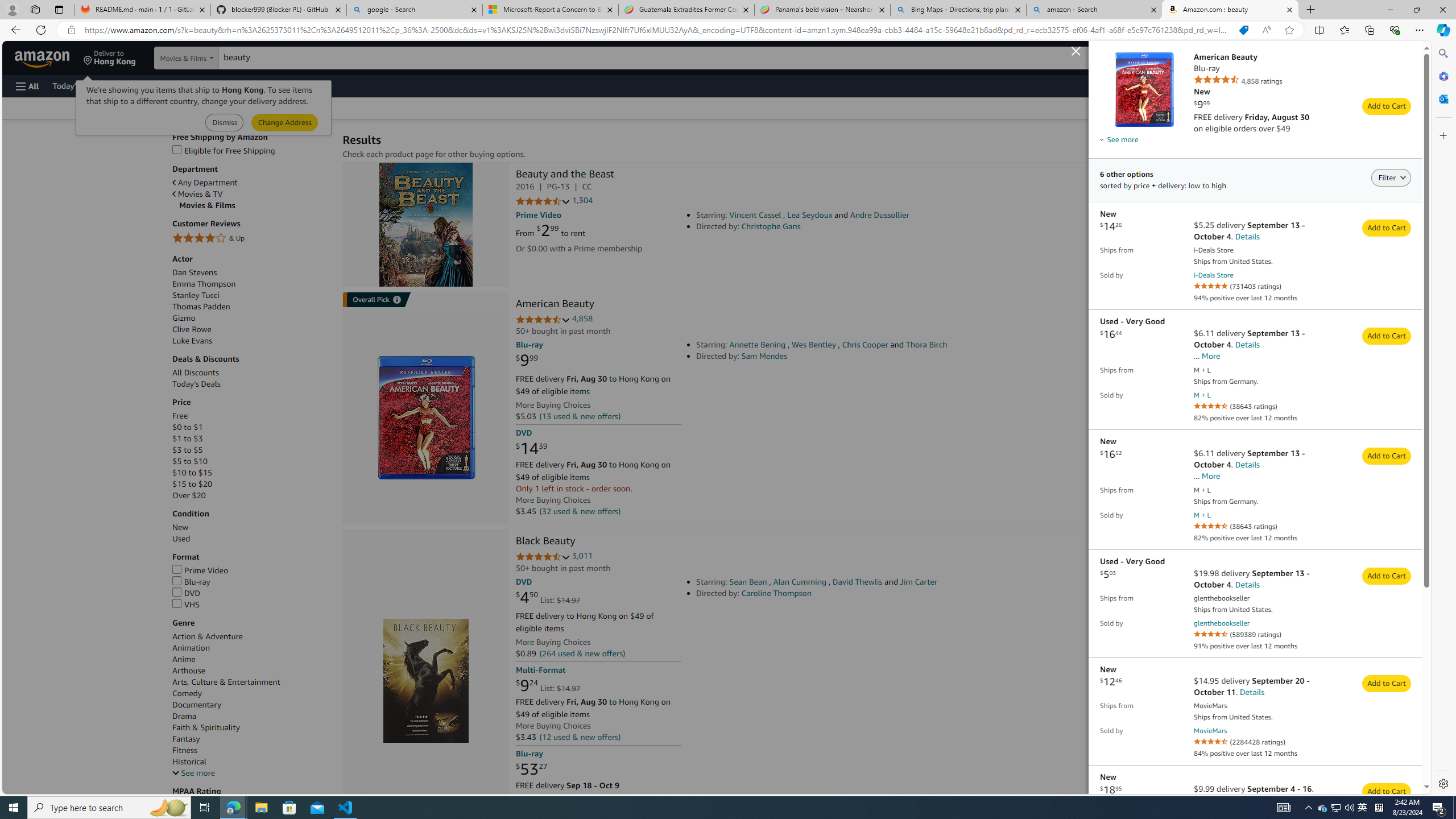  What do you see at coordinates (71, 30) in the screenshot?
I see `'View site information'` at bounding box center [71, 30].